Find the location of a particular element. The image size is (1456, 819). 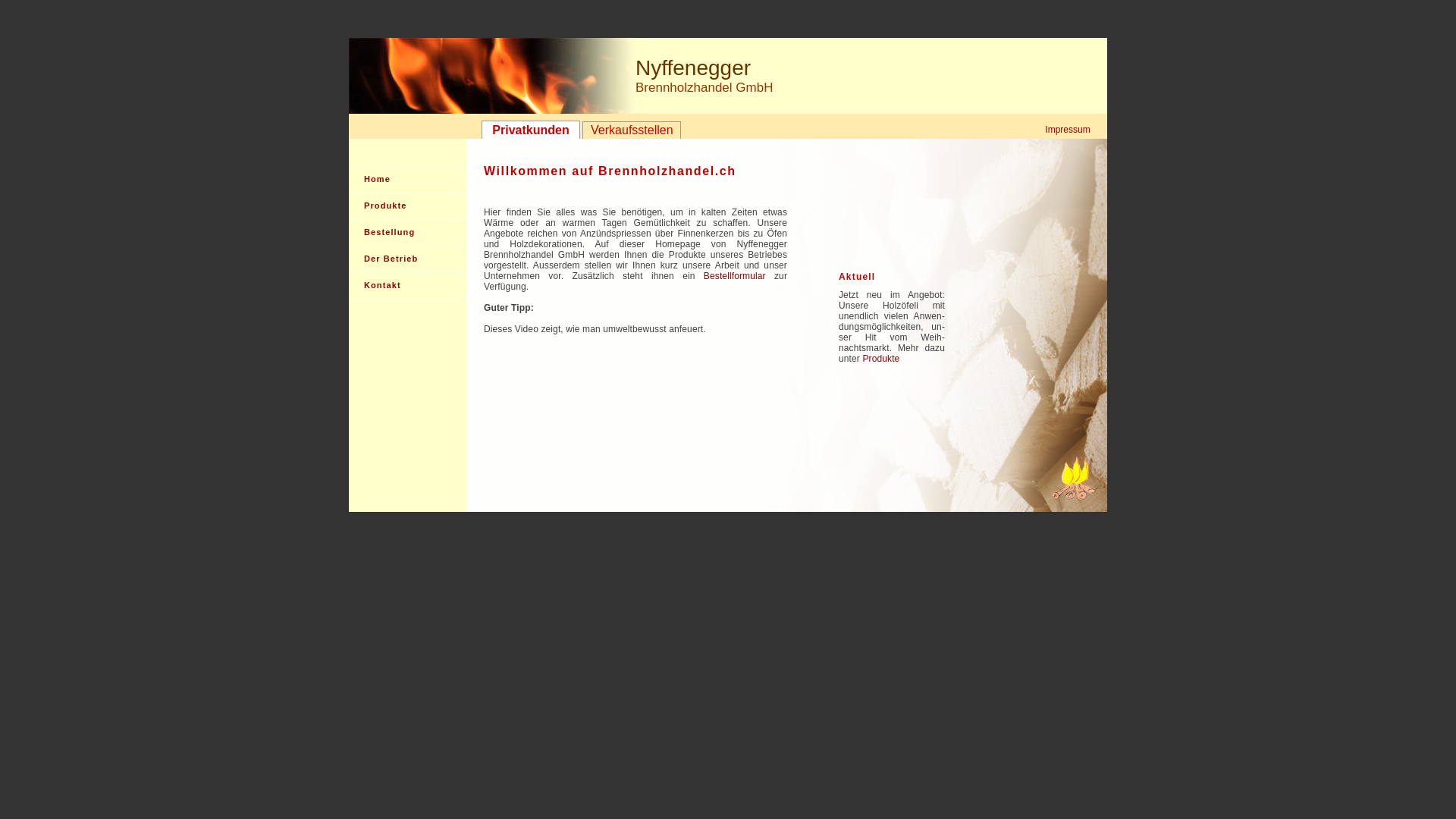

'Privatkunden' is located at coordinates (531, 128).